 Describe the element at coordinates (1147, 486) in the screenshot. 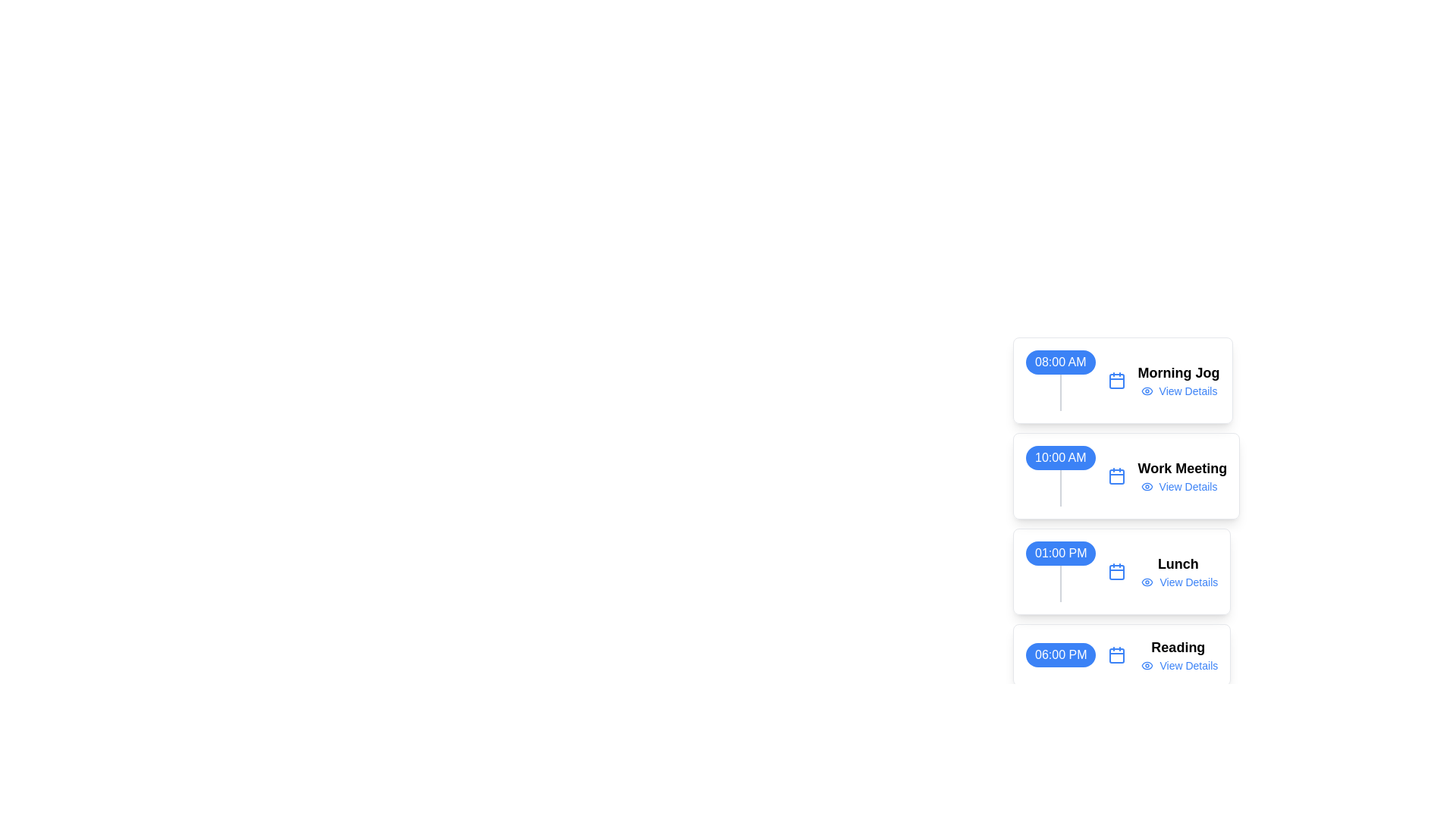

I see `the action button icon that visually indicates the option` at that location.